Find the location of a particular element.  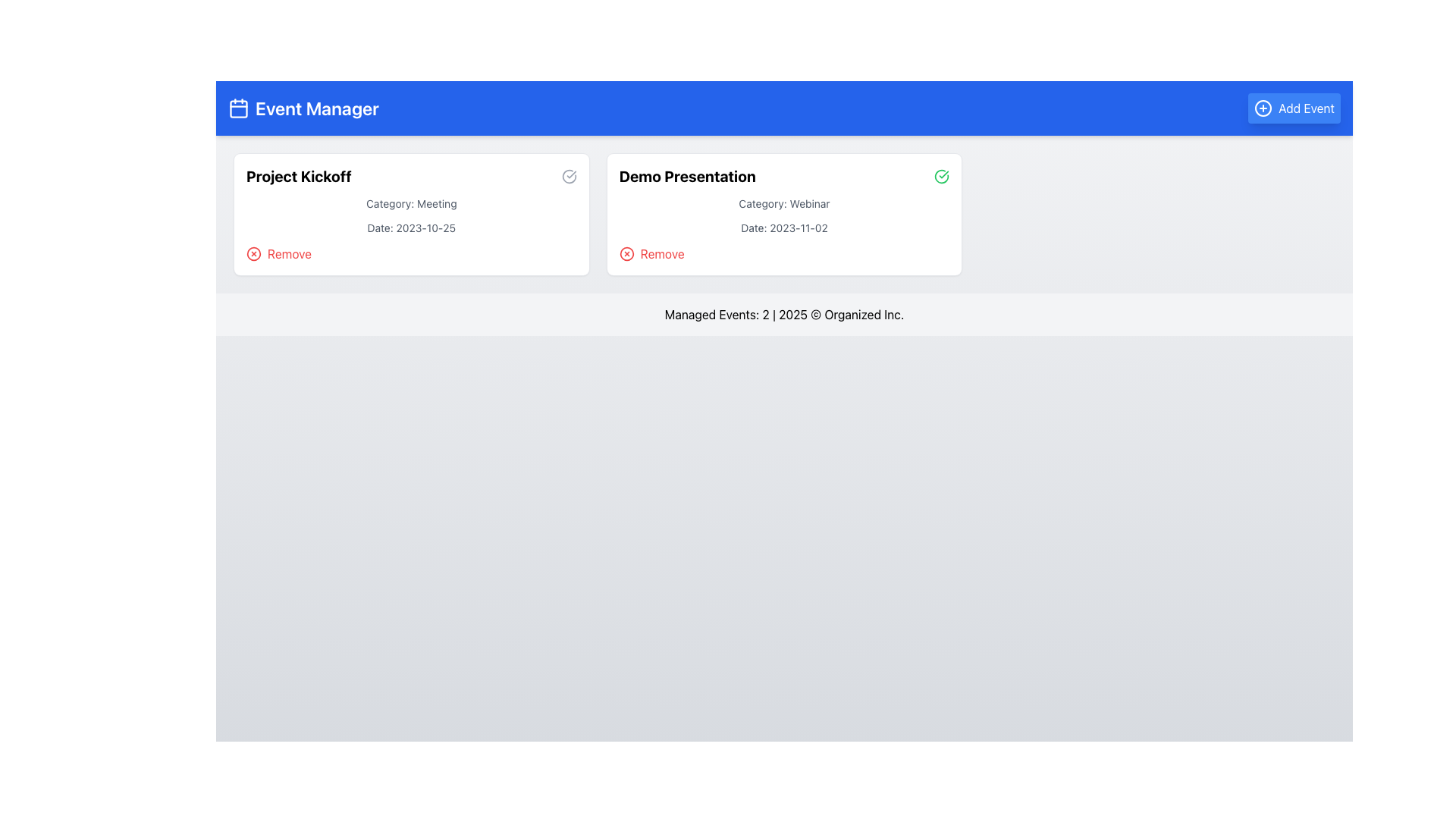

the SVG Circle element that is part of the 'Add Event' button in the top-right corner of the UI is located at coordinates (1263, 107).